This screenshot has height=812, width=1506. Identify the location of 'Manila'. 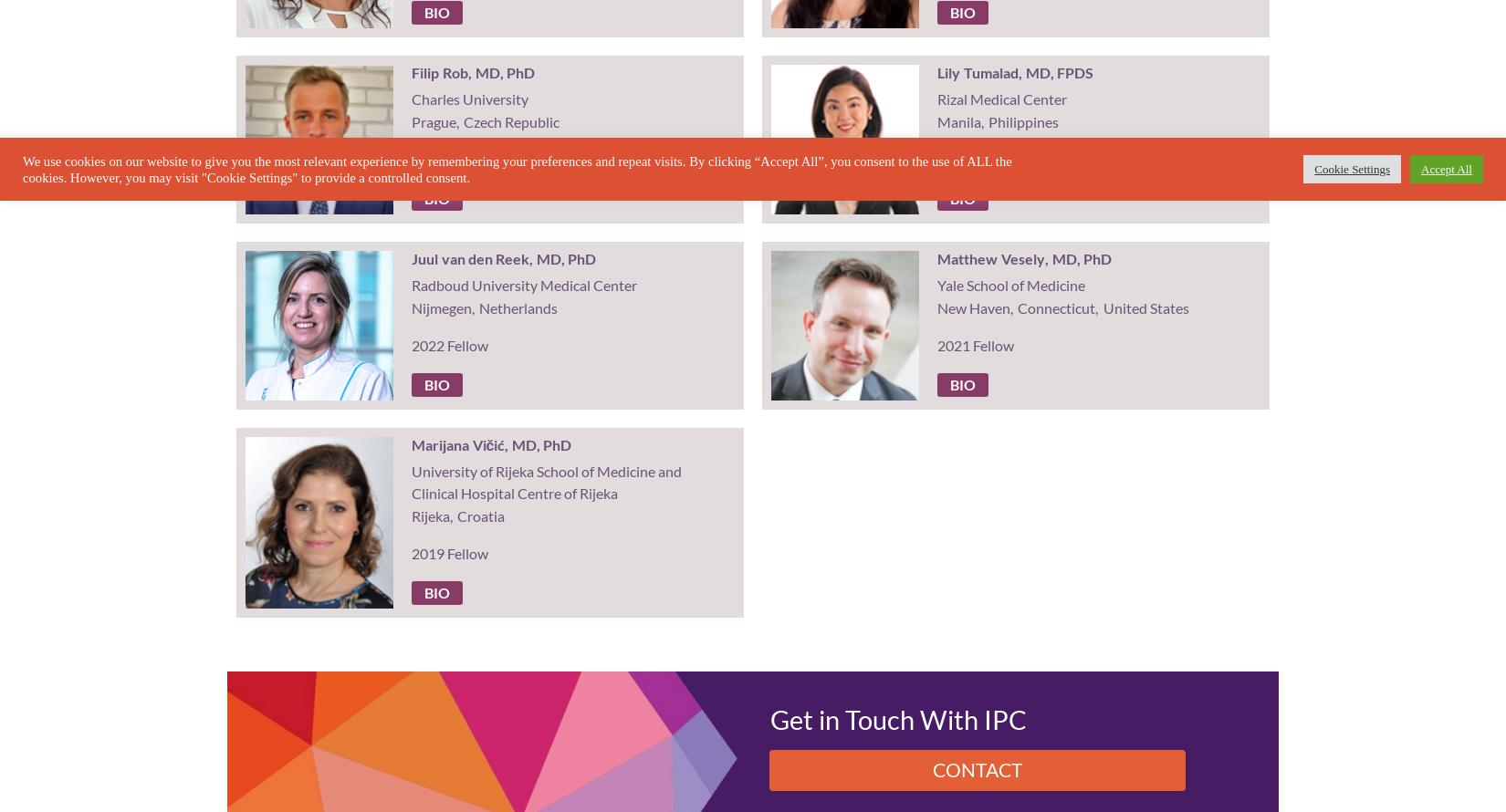
(958, 120).